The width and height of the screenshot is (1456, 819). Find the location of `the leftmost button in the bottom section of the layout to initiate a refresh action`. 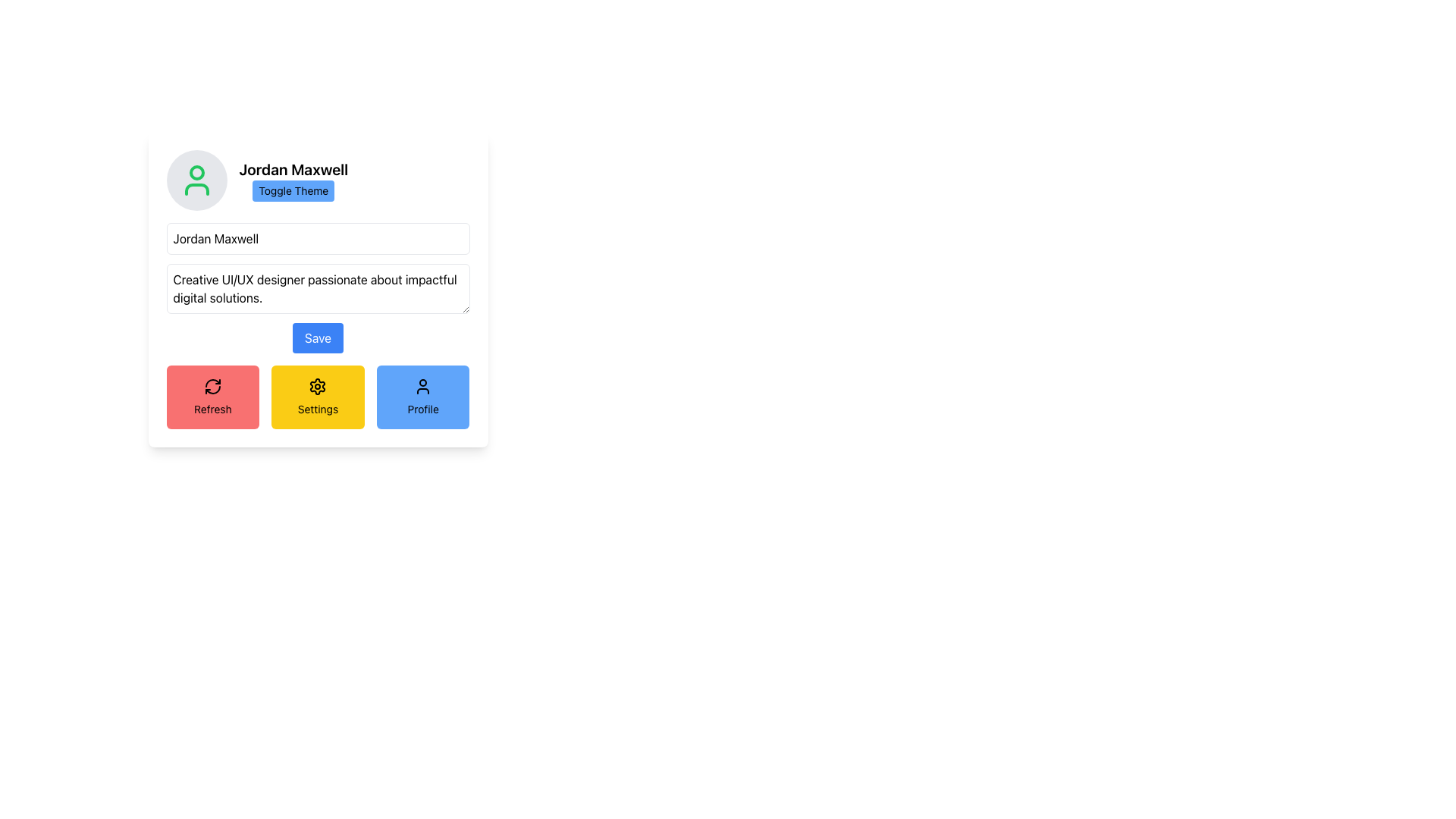

the leftmost button in the bottom section of the layout to initiate a refresh action is located at coordinates (212, 397).